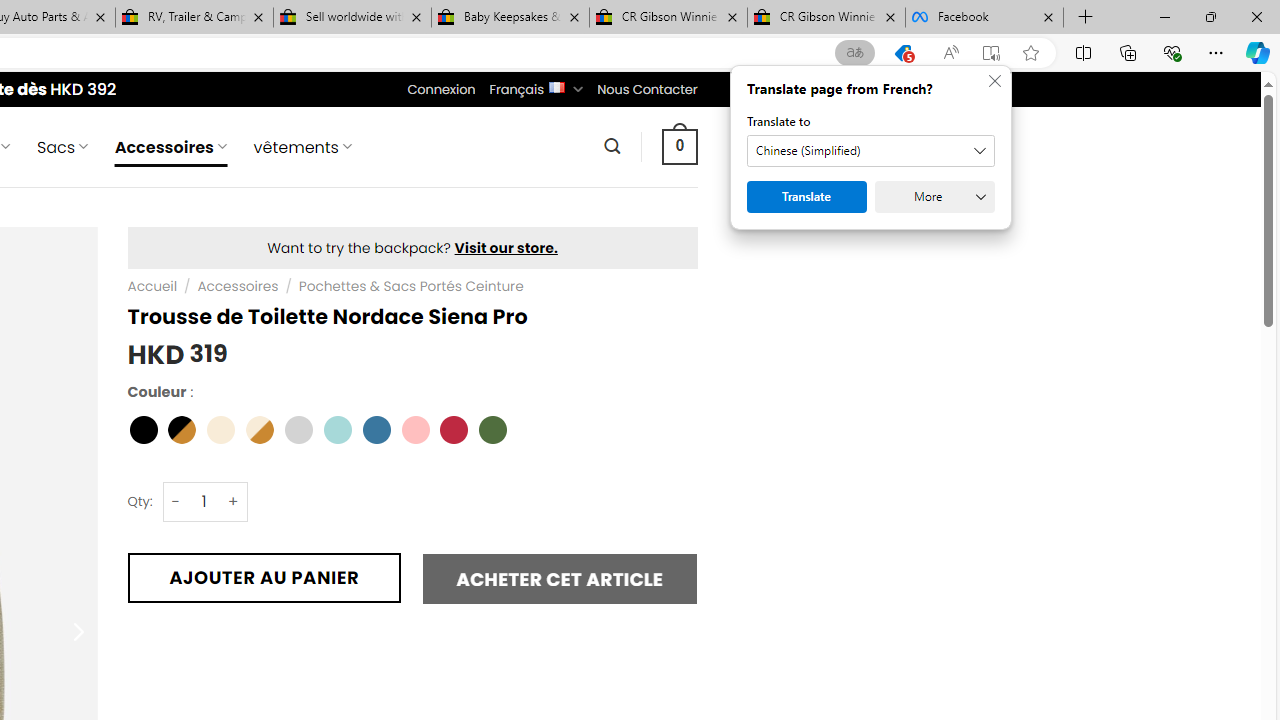 This screenshot has width=1280, height=720. What do you see at coordinates (871, 150) in the screenshot?
I see `'Translate to'` at bounding box center [871, 150].